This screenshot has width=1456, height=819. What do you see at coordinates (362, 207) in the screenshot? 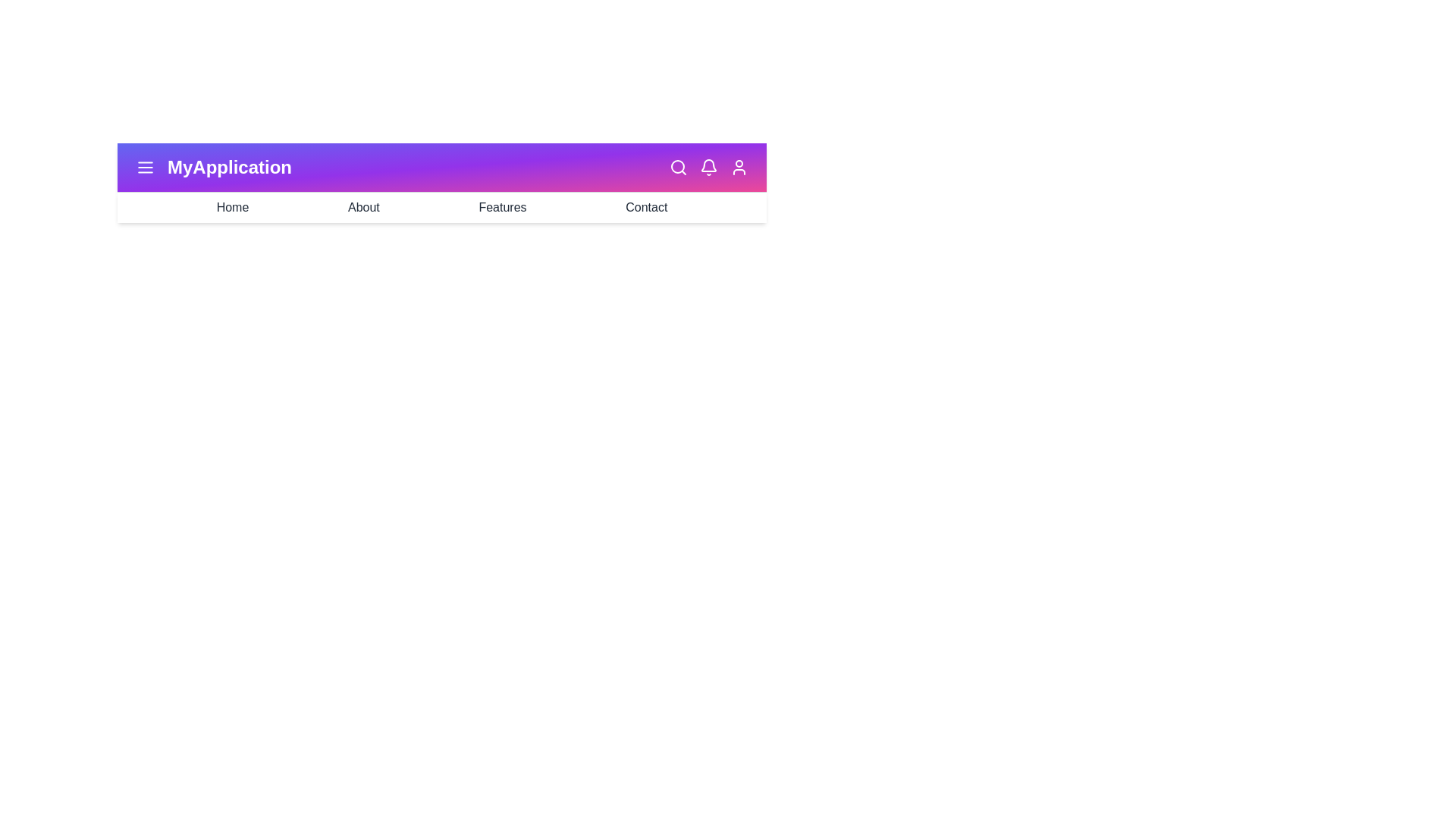
I see `the menu item About from the dropdown menu` at bounding box center [362, 207].